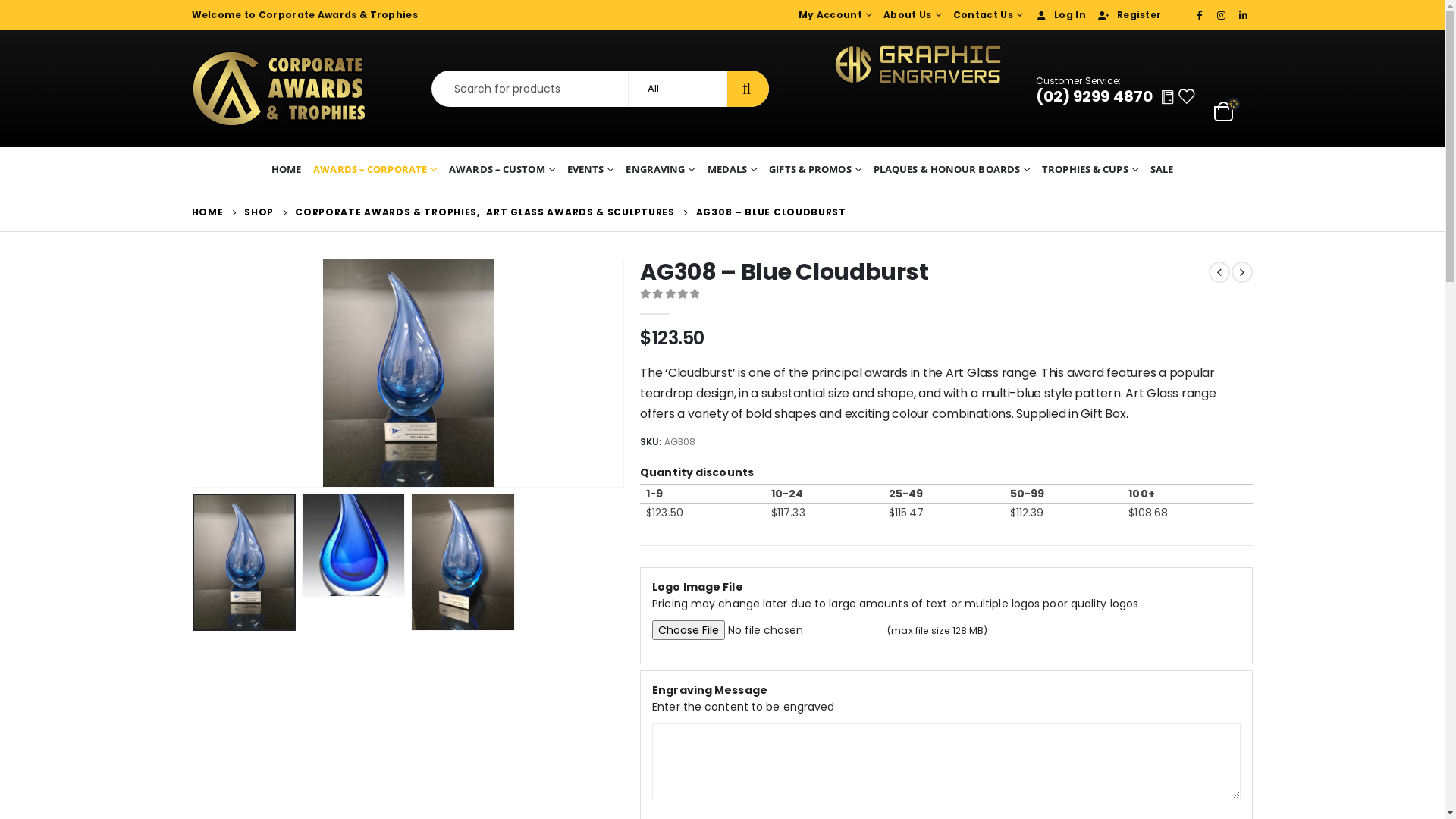 This screenshot has height=819, width=1456. I want to click on 'ENGRAVING', so click(660, 169).